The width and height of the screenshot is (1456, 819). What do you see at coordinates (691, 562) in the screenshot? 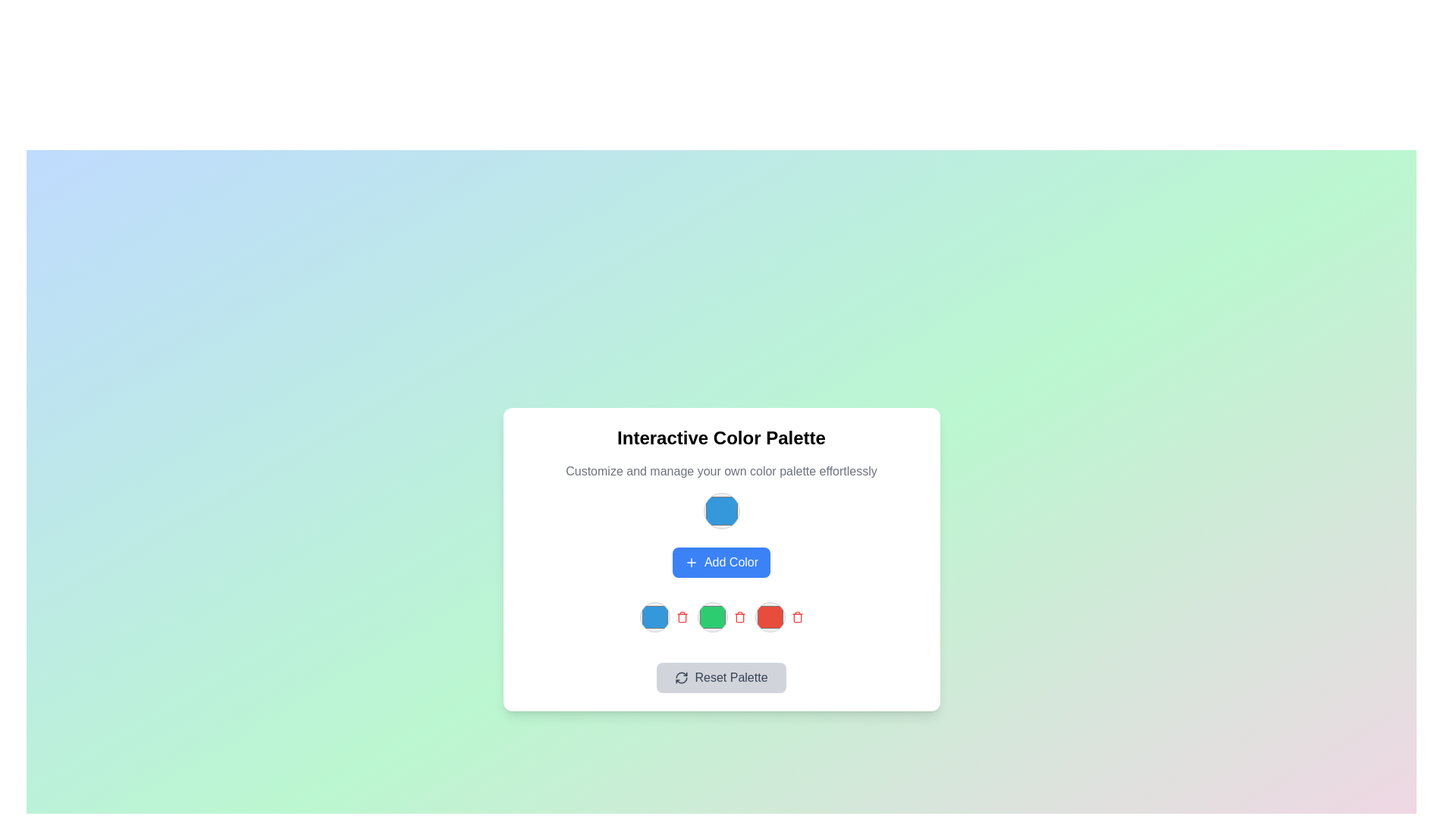
I see `the small plus icon with a blue outline and white background located within the blue button labeled 'Add Color'` at bounding box center [691, 562].